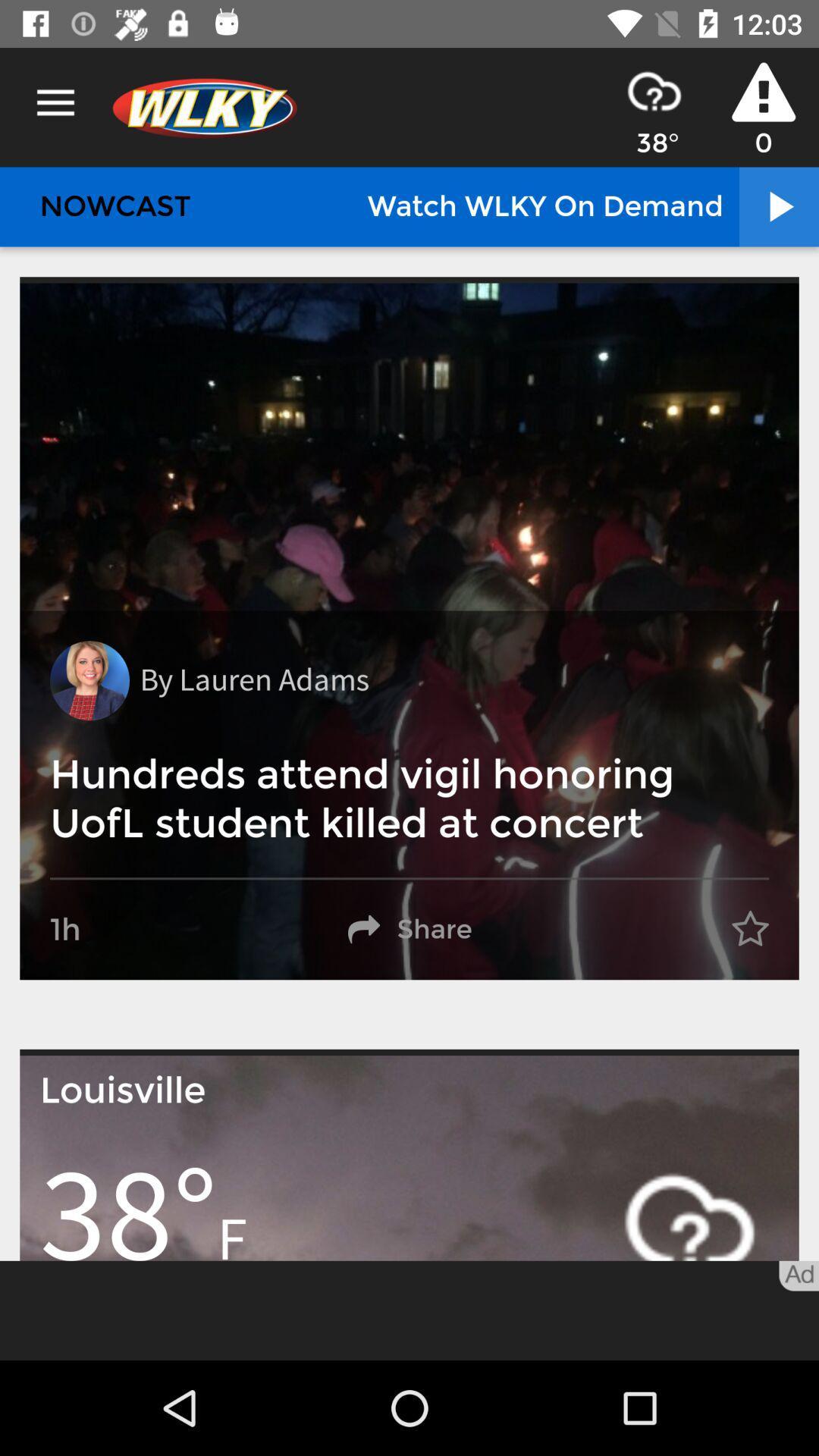  I want to click on item next to share icon, so click(749, 929).